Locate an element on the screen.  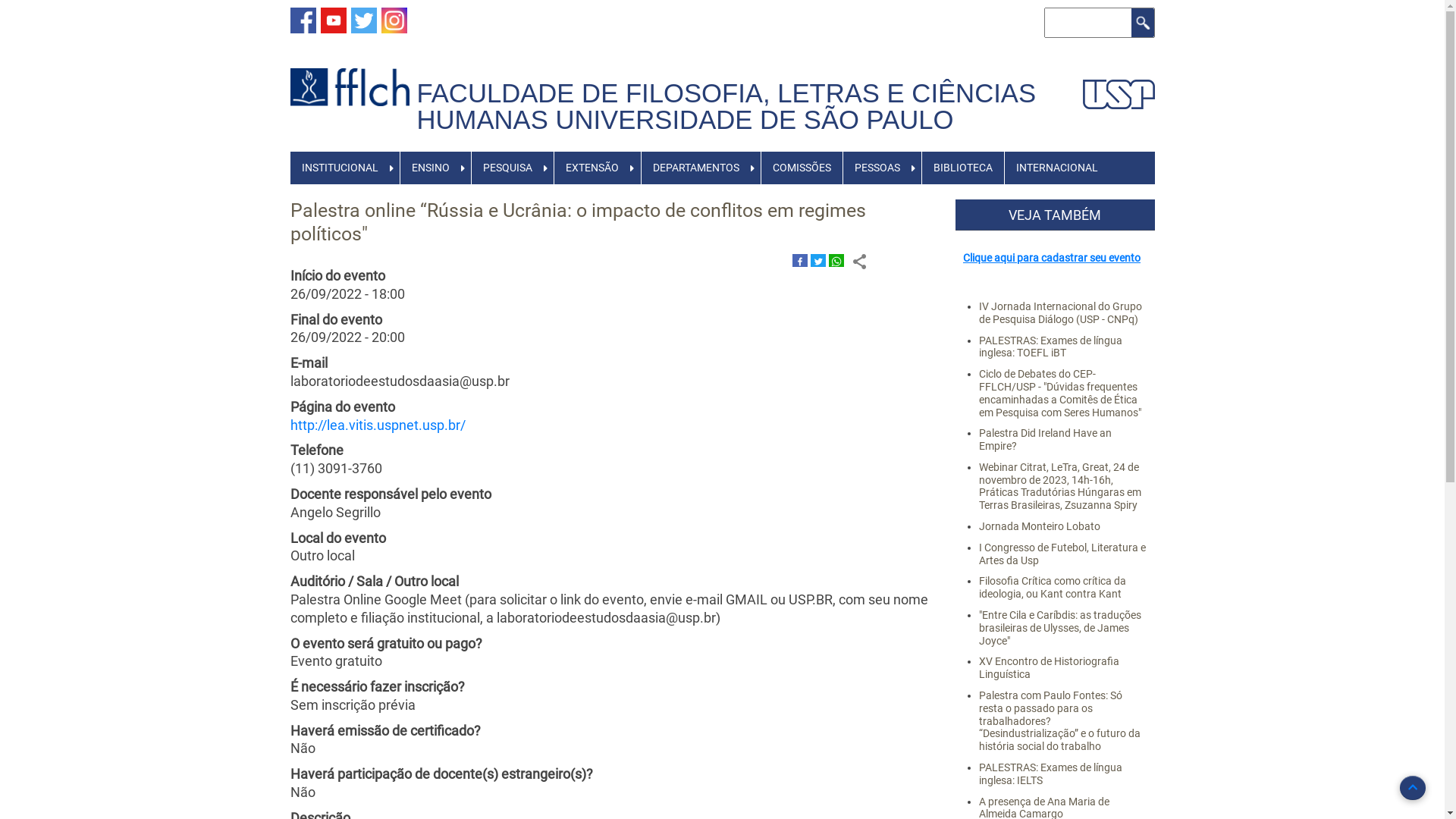
'Clique aqui para cadastrar seu evento' is located at coordinates (1051, 256).